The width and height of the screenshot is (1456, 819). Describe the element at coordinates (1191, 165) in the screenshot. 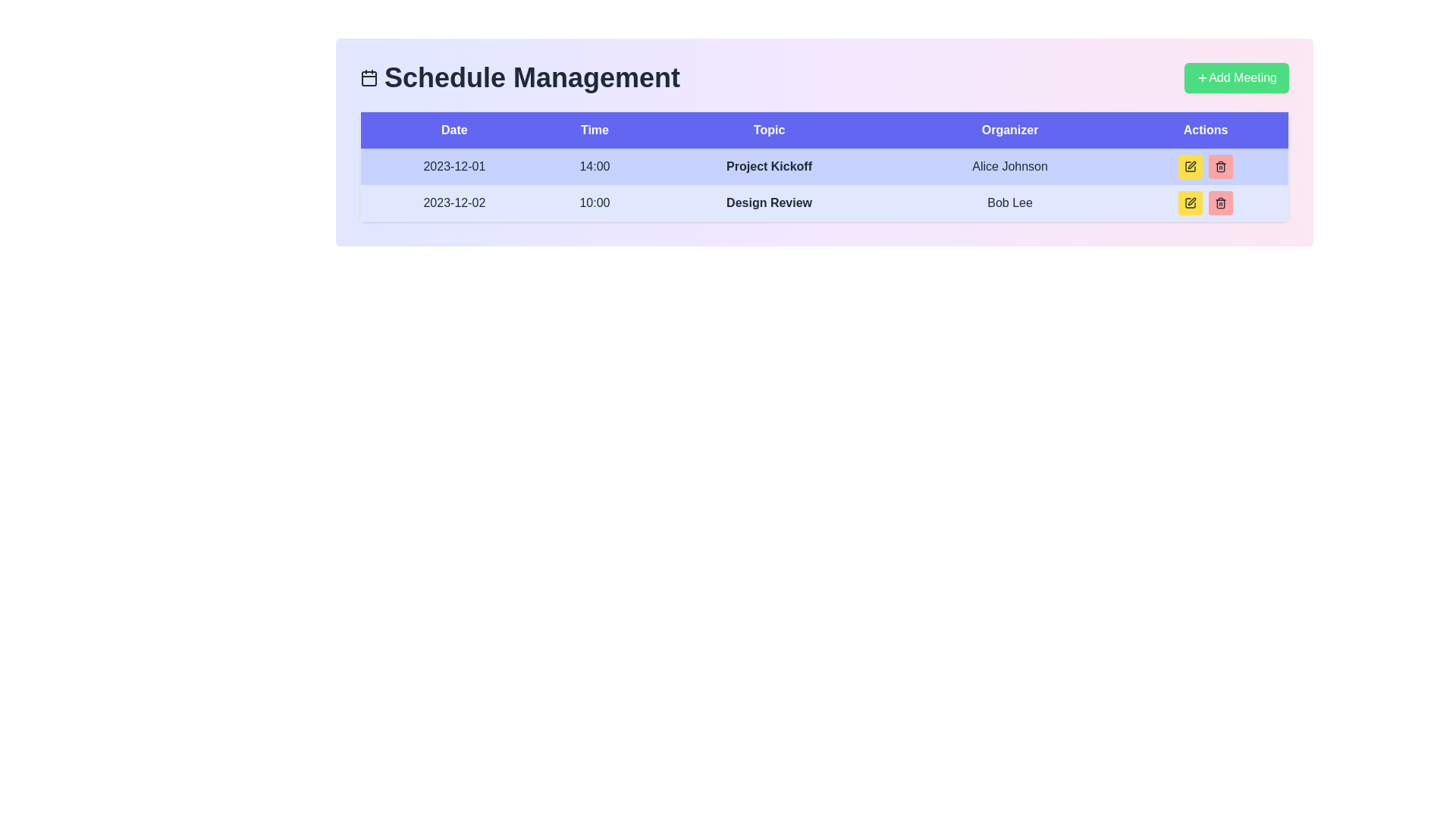

I see `the editing icon button located in the second row of the table's 'Actions' column` at that location.